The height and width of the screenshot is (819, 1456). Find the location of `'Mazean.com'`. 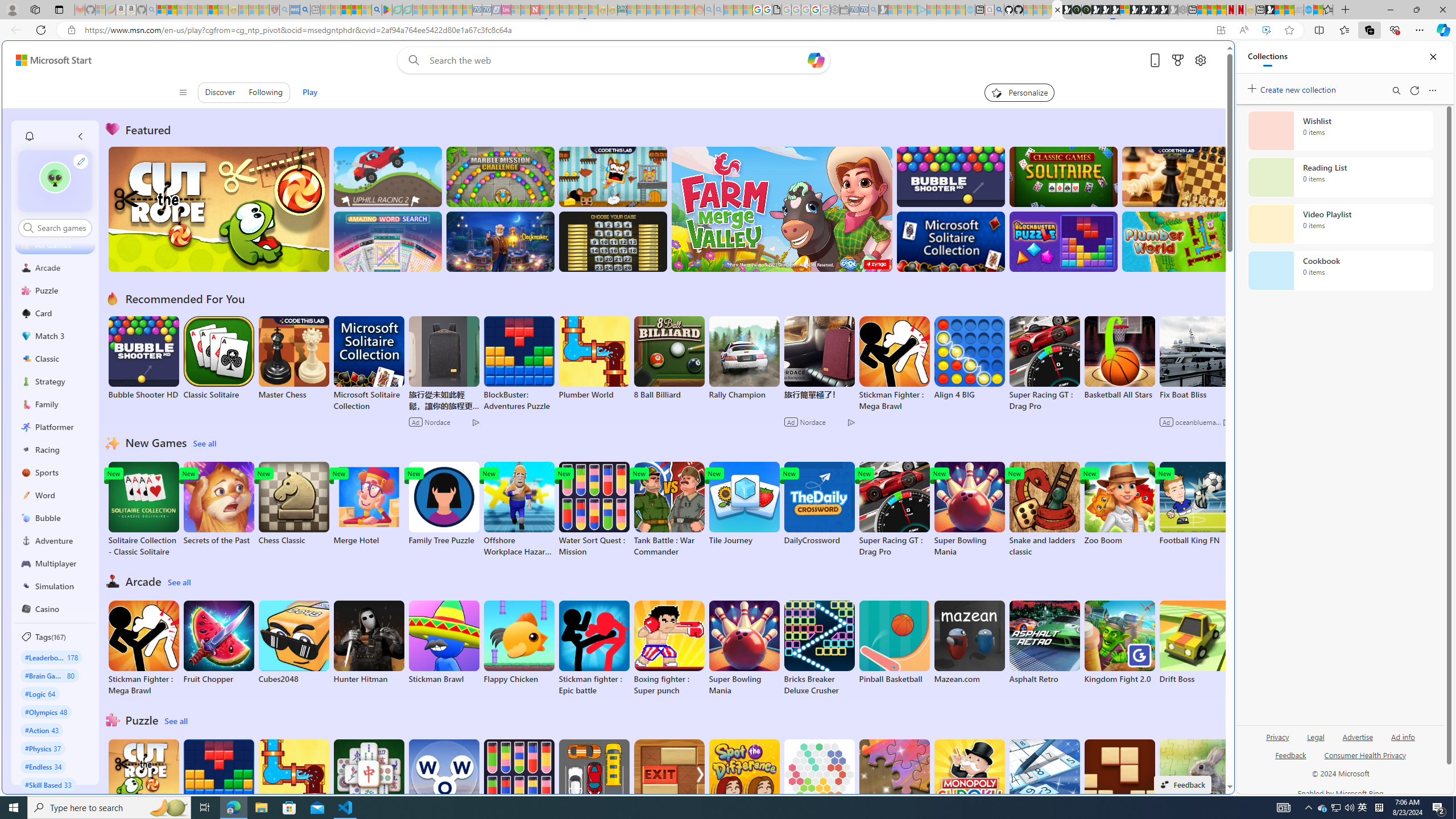

'Mazean.com' is located at coordinates (969, 642).